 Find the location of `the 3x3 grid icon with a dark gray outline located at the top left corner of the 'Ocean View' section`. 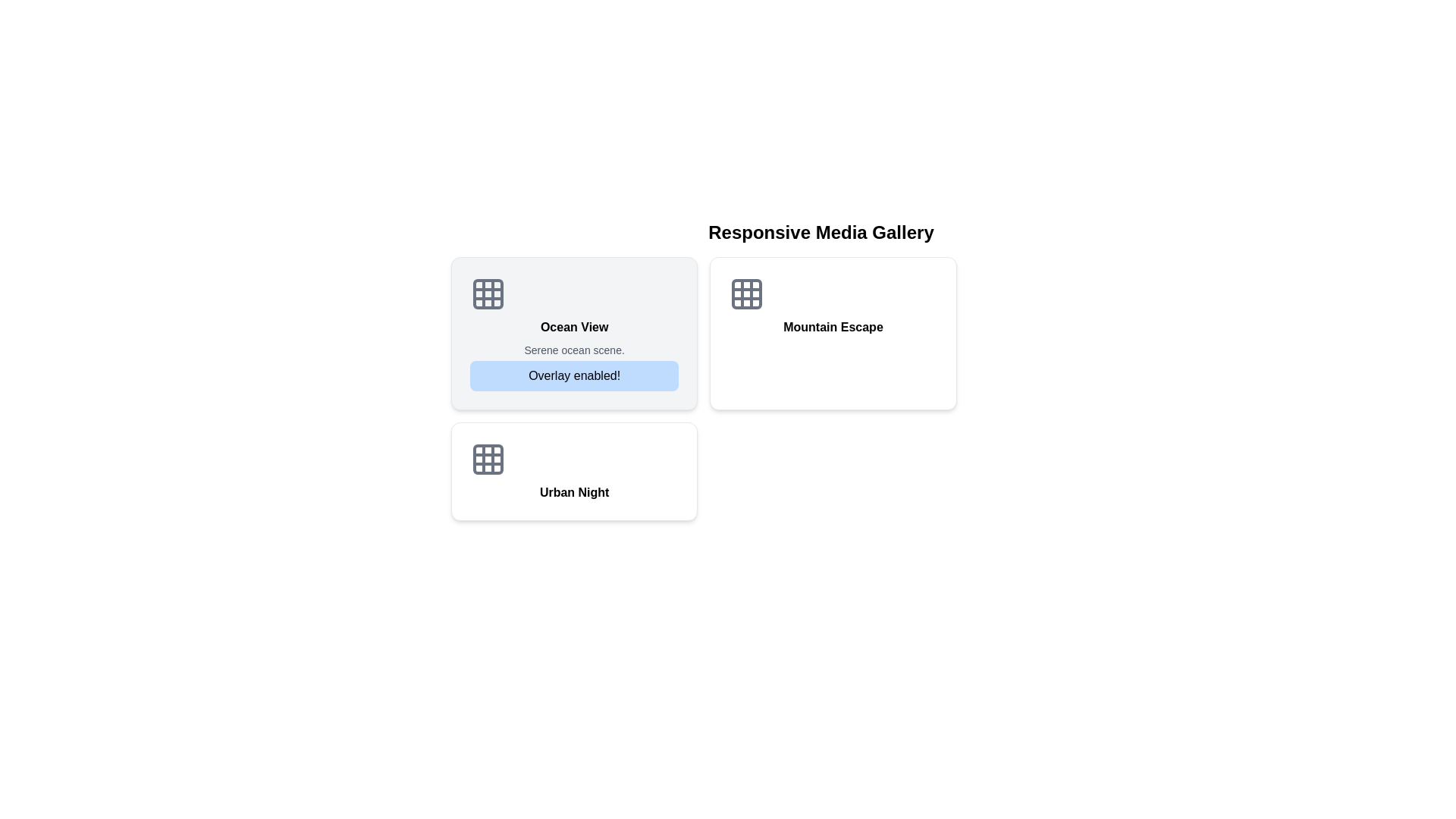

the 3x3 grid icon with a dark gray outline located at the top left corner of the 'Ocean View' section is located at coordinates (488, 294).